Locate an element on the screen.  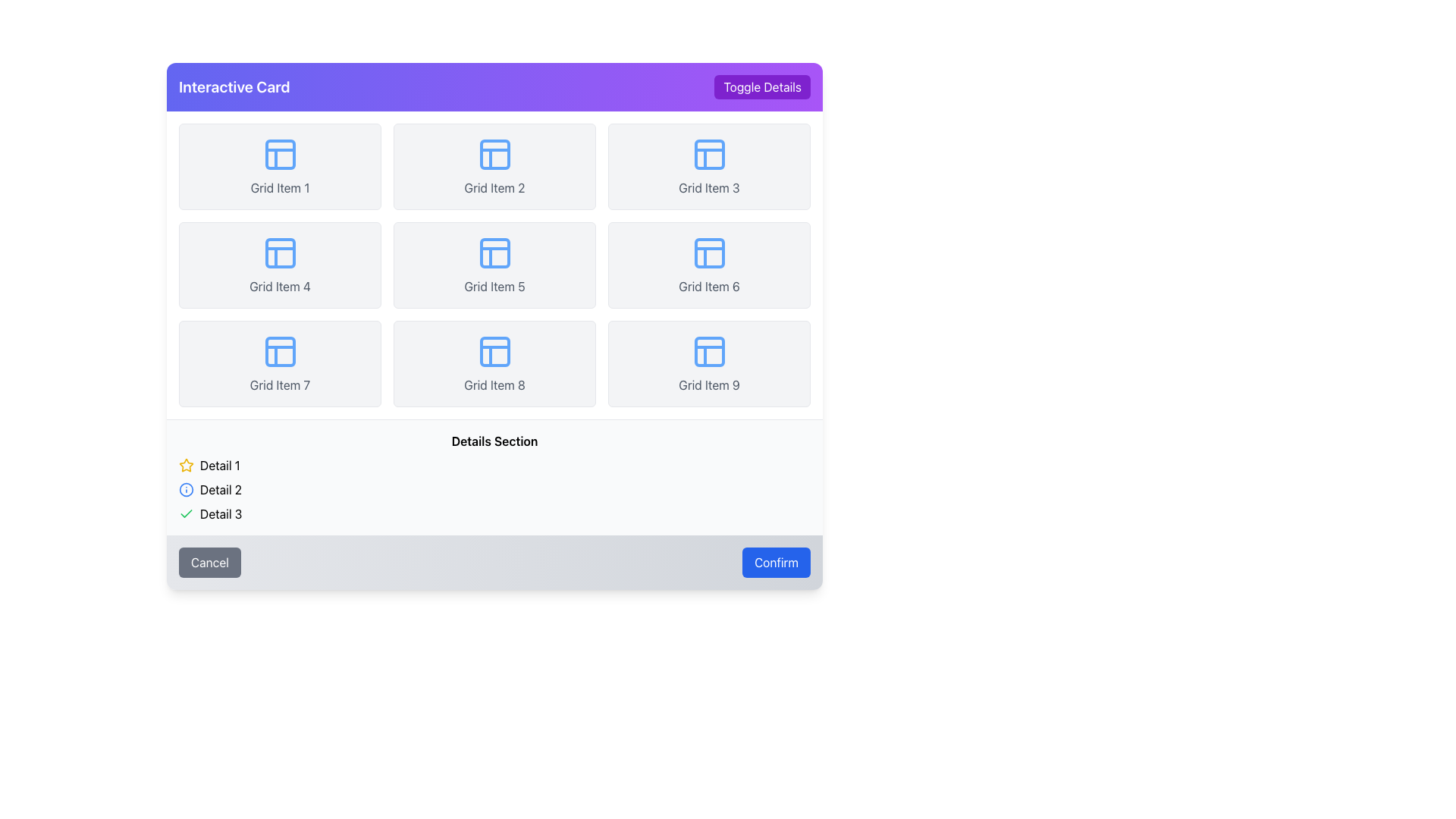
text label displaying 'Grid Item 1', which is styled with gray-colored text and located in the first grid item of the leftmost column in the top row of a 3x3 grid layout is located at coordinates (280, 187).